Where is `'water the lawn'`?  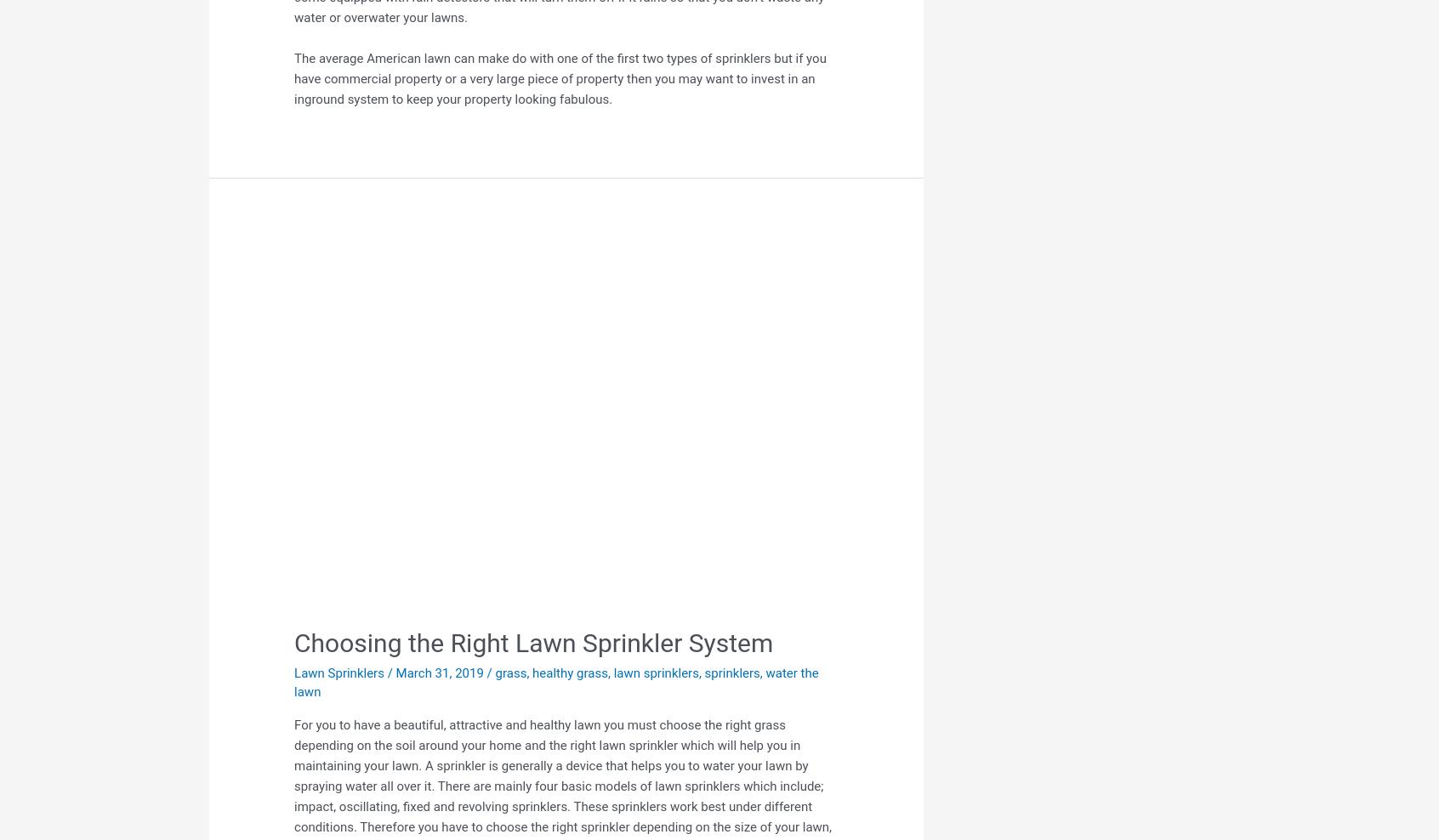
'water the lawn' is located at coordinates (555, 682).